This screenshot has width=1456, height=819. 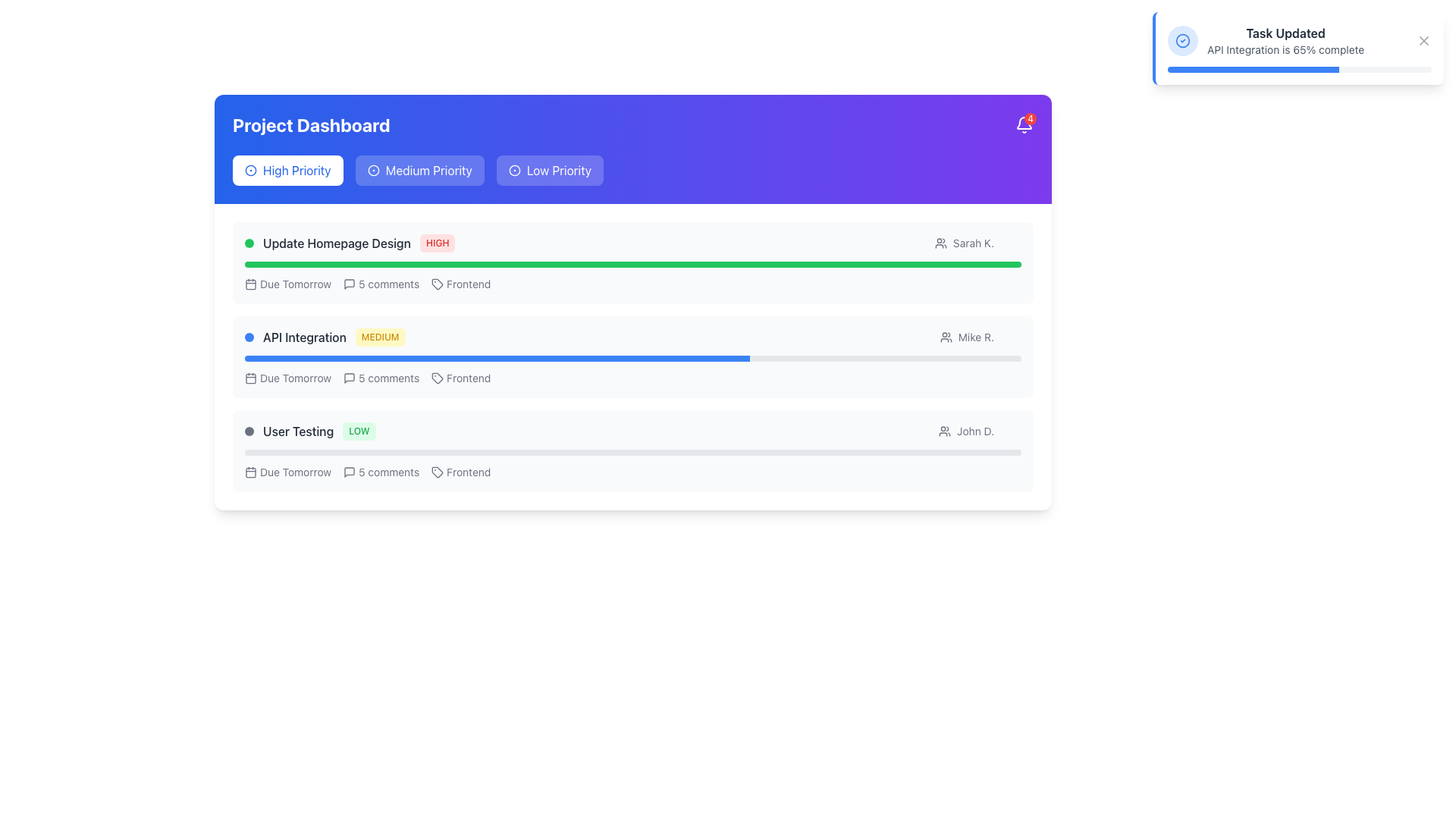 I want to click on the text label displaying 'Sarah K.' which is styled in small font and located next to a user icon on the task board interface, so click(x=973, y=242).